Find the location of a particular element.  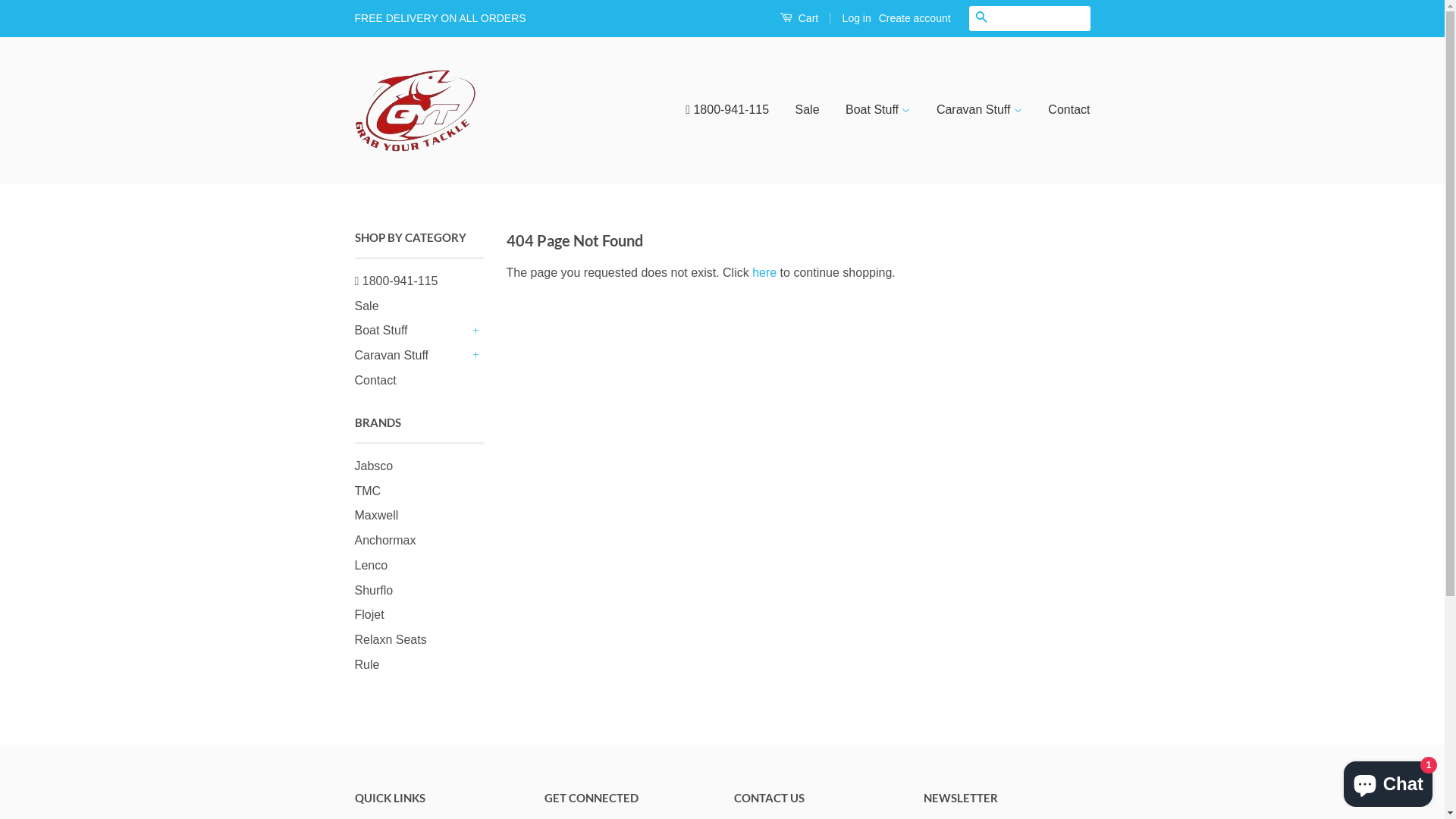

'Contact' is located at coordinates (1062, 109).